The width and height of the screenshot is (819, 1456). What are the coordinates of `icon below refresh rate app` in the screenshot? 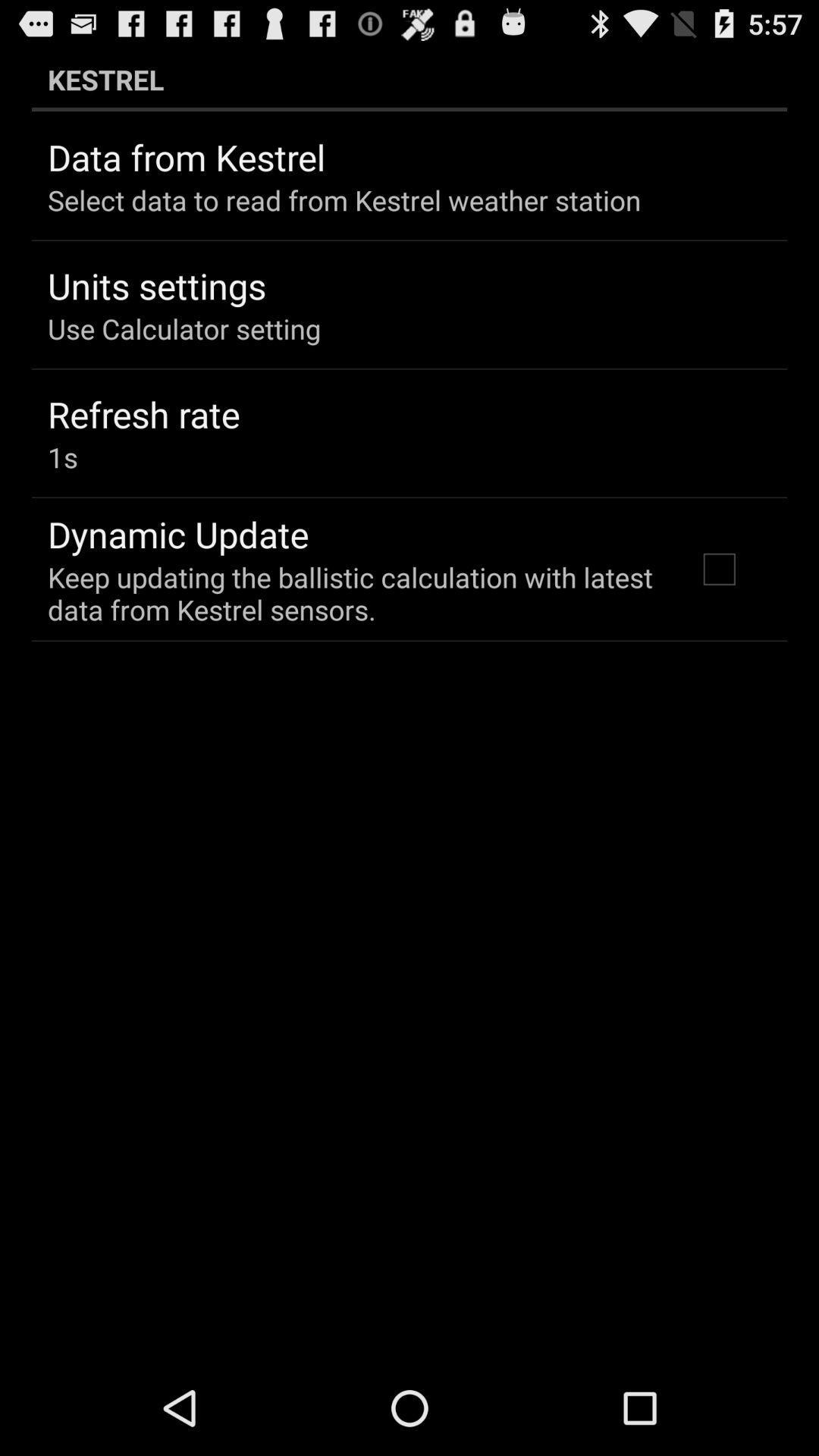 It's located at (61, 457).